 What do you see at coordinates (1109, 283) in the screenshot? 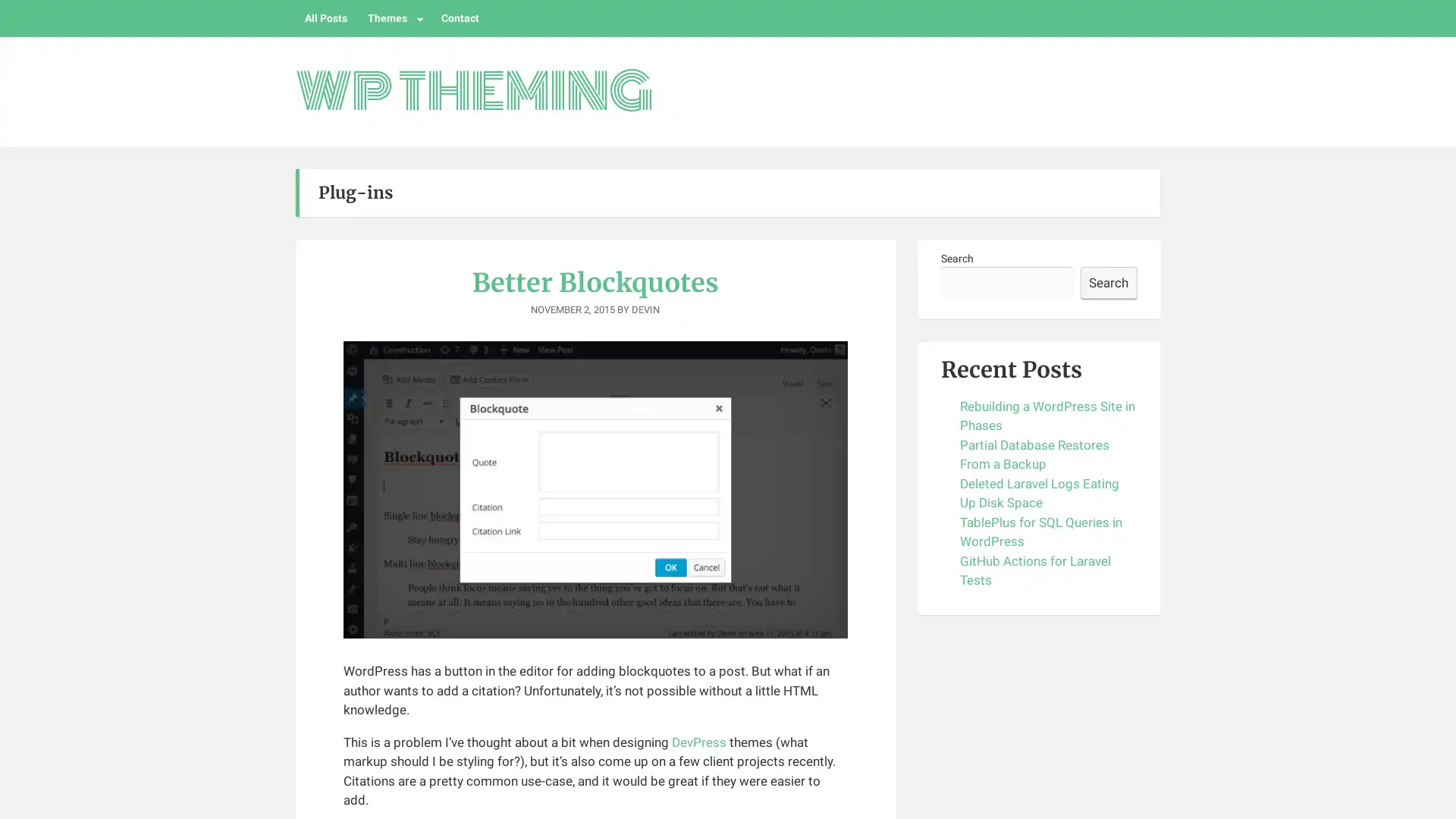
I see `Search` at bounding box center [1109, 283].